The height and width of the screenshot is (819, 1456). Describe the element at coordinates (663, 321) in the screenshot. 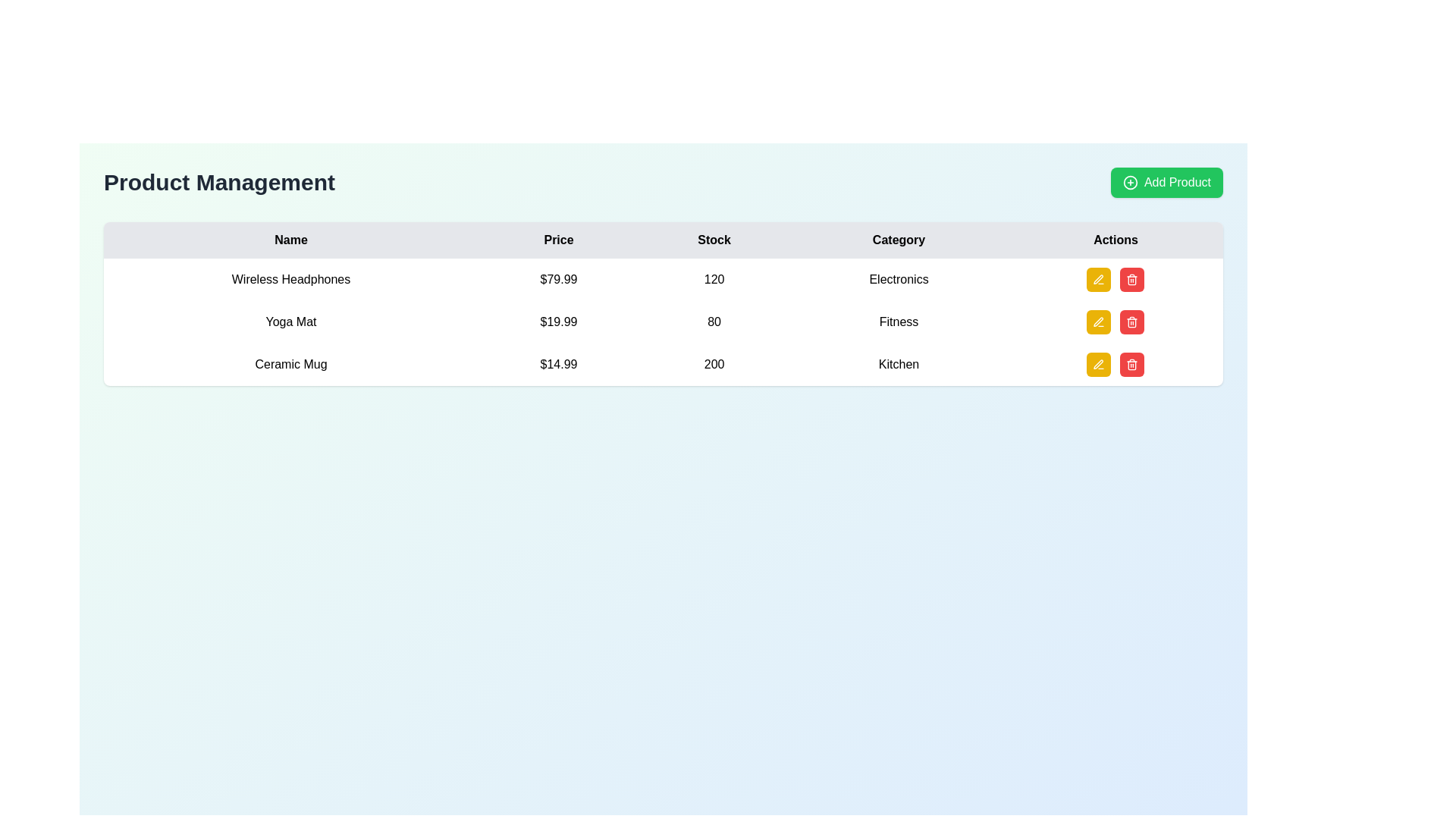

I see `the second table row representing a product's information in the product management interface, located between 'Wireless Headphones' and 'Ceramic Mug'` at that location.